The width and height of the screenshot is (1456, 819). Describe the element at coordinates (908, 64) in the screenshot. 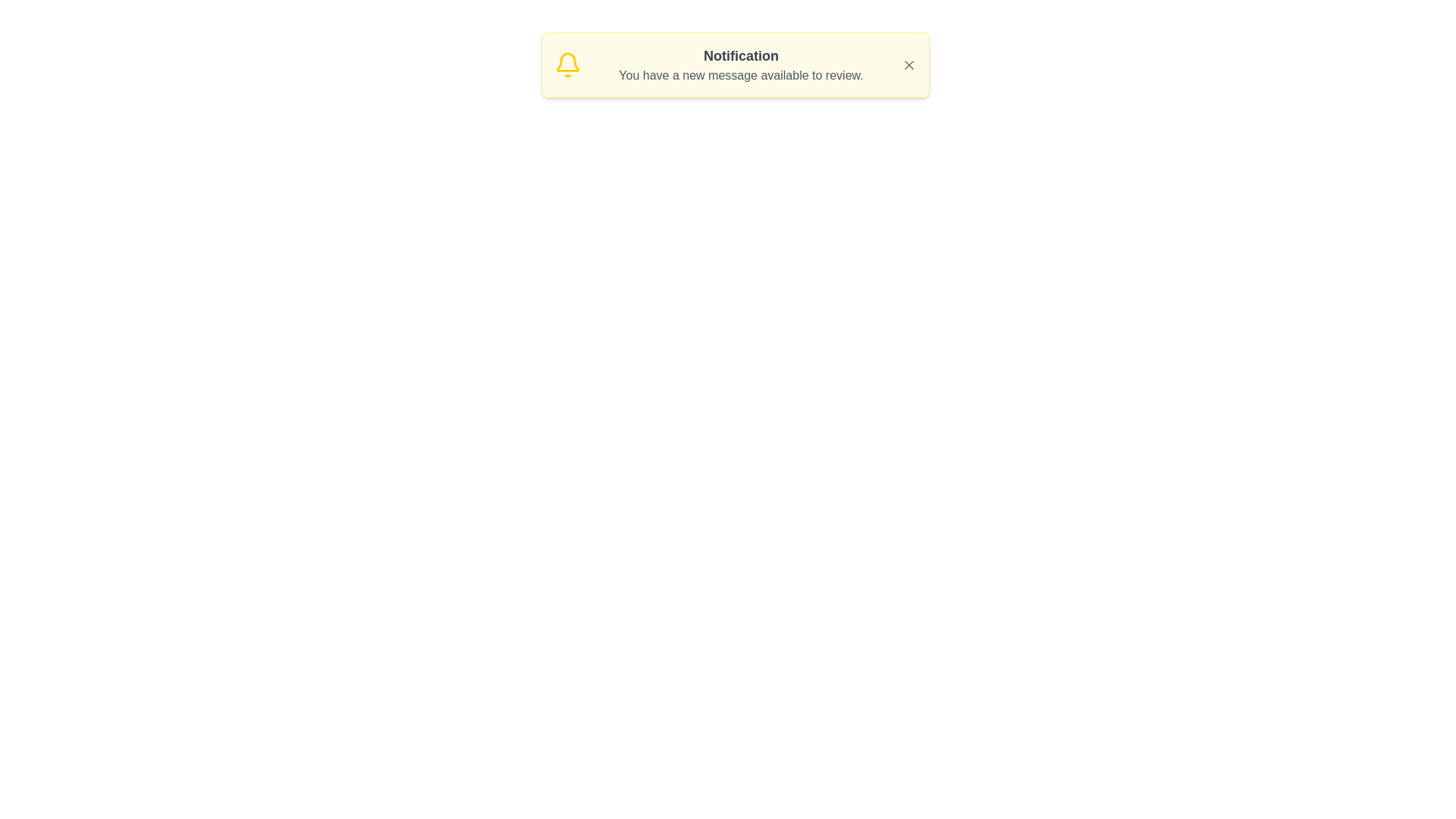

I see `the close button icon located at the top-right corner of the notification box to observe the color change` at that location.